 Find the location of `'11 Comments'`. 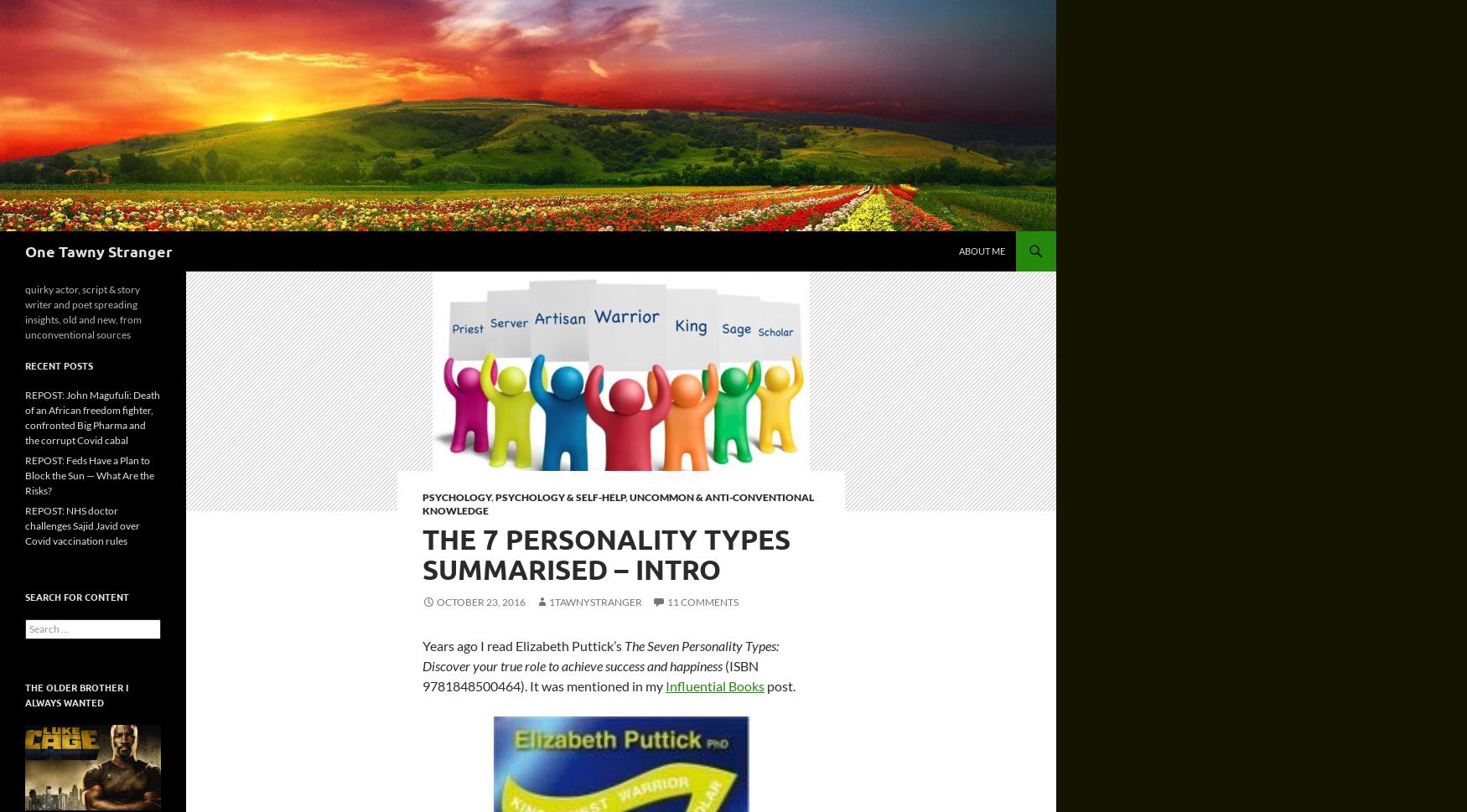

'11 Comments' is located at coordinates (666, 602).